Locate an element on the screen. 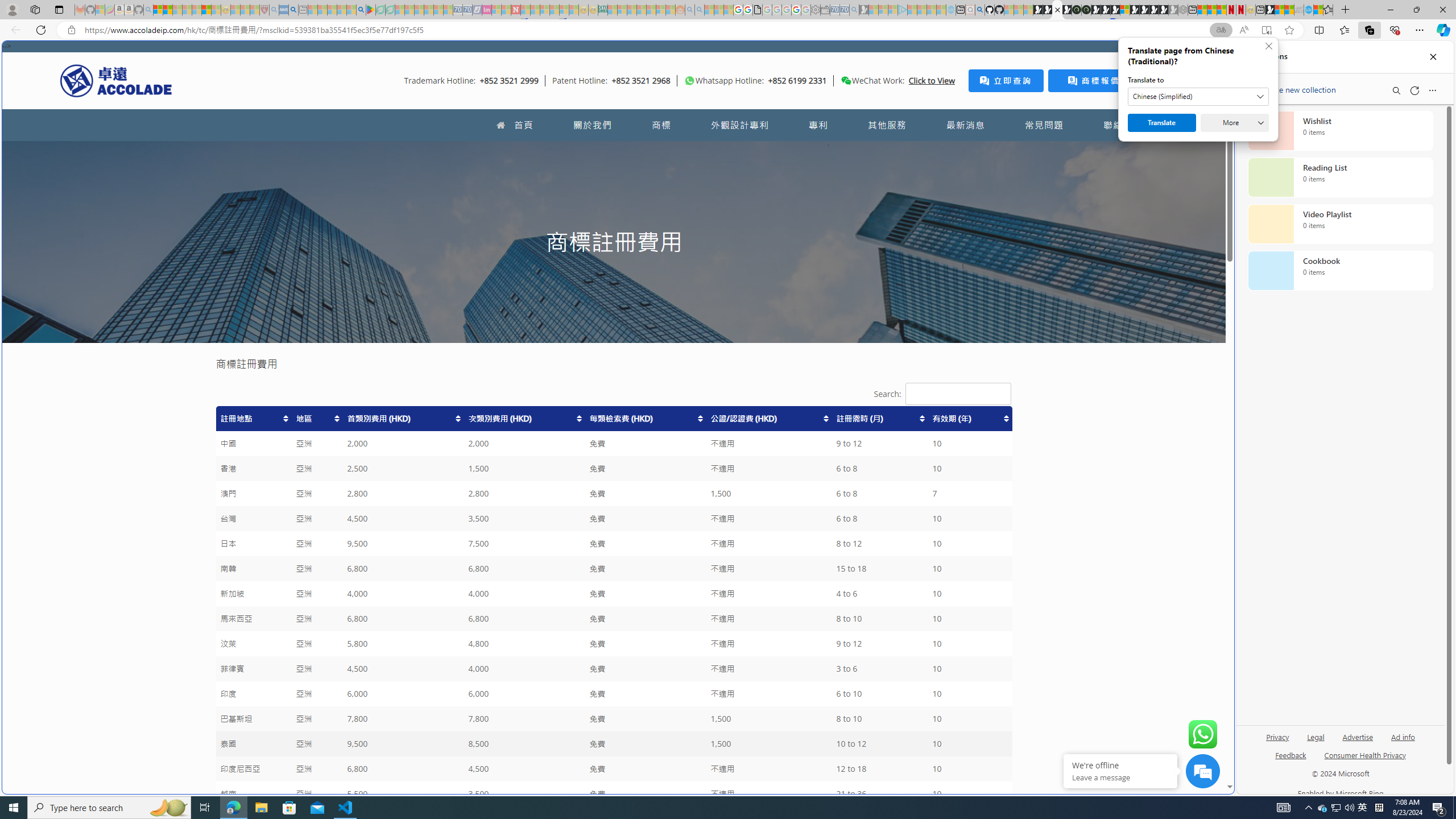  'Latest Politics News & Archive | Newsweek.com - Sleeping' is located at coordinates (515, 9).